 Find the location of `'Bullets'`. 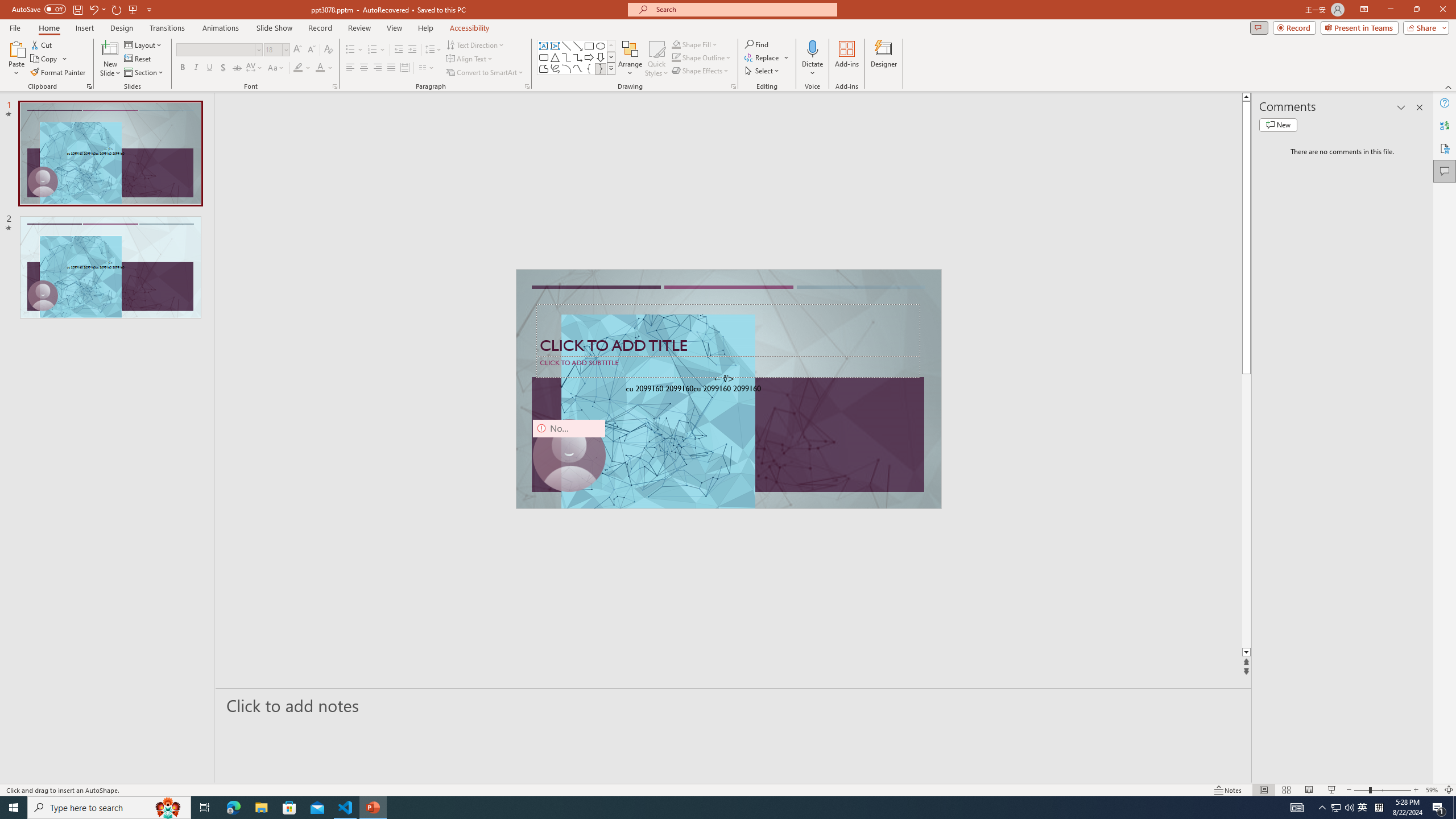

'Bullets' is located at coordinates (350, 49).